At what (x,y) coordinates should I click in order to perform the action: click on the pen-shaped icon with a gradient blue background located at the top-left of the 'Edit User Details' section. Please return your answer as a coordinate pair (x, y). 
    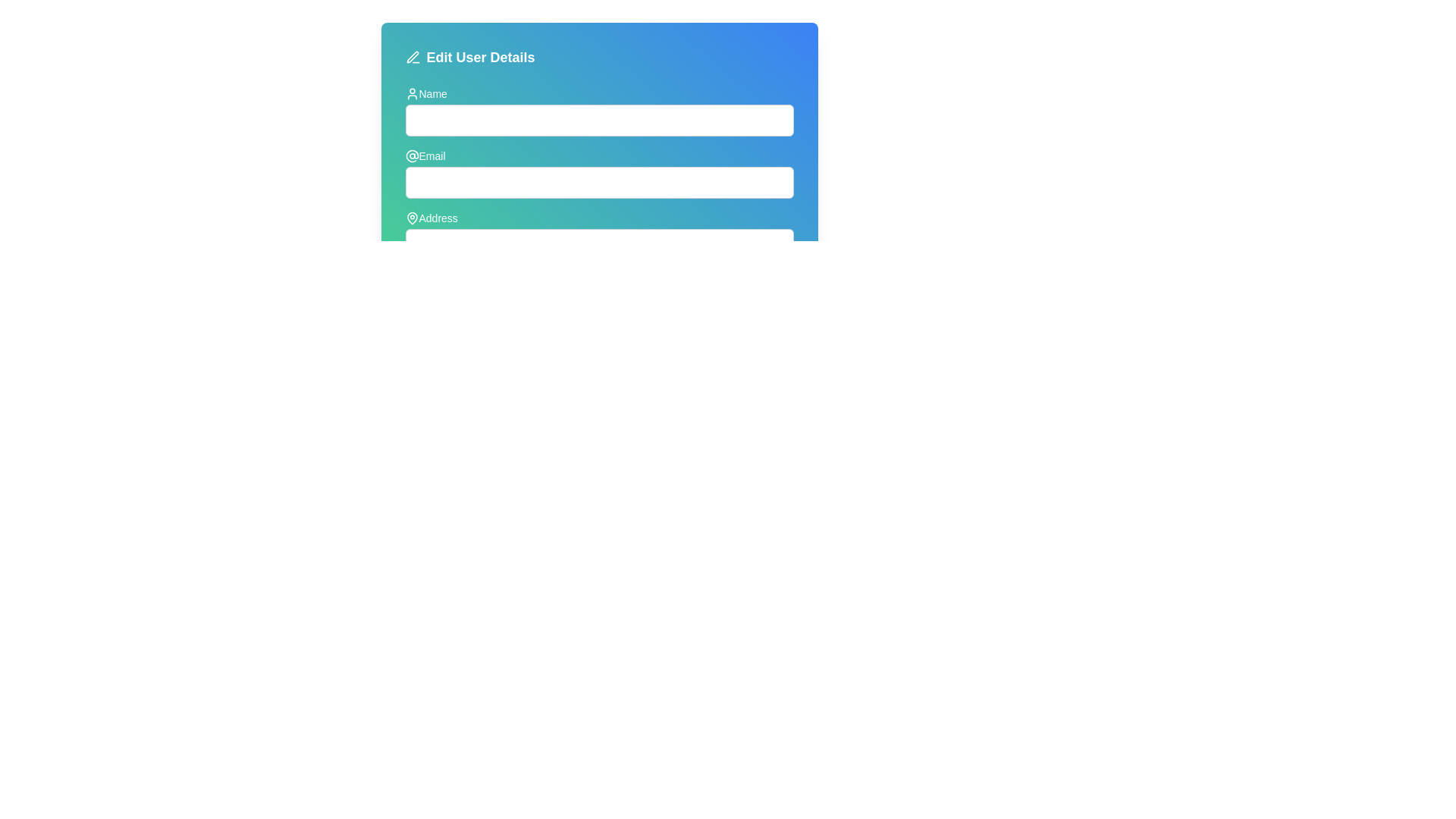
    Looking at the image, I should click on (413, 57).